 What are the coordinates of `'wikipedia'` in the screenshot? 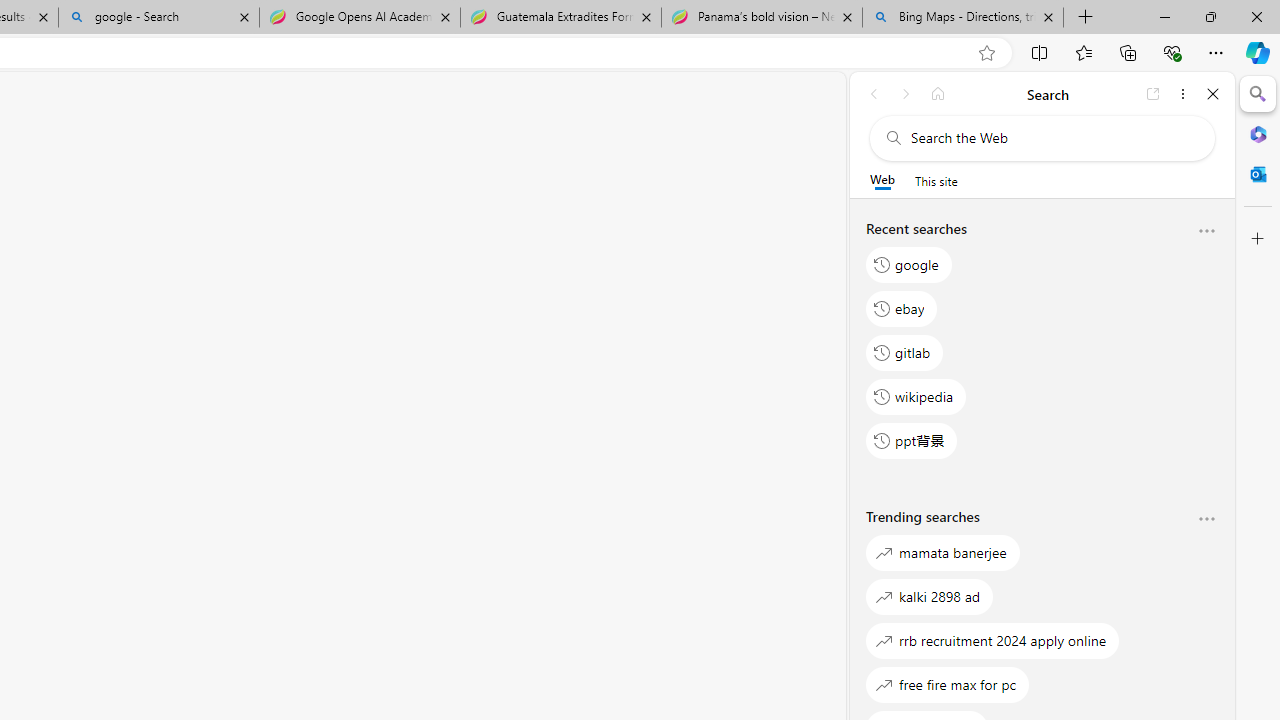 It's located at (915, 396).